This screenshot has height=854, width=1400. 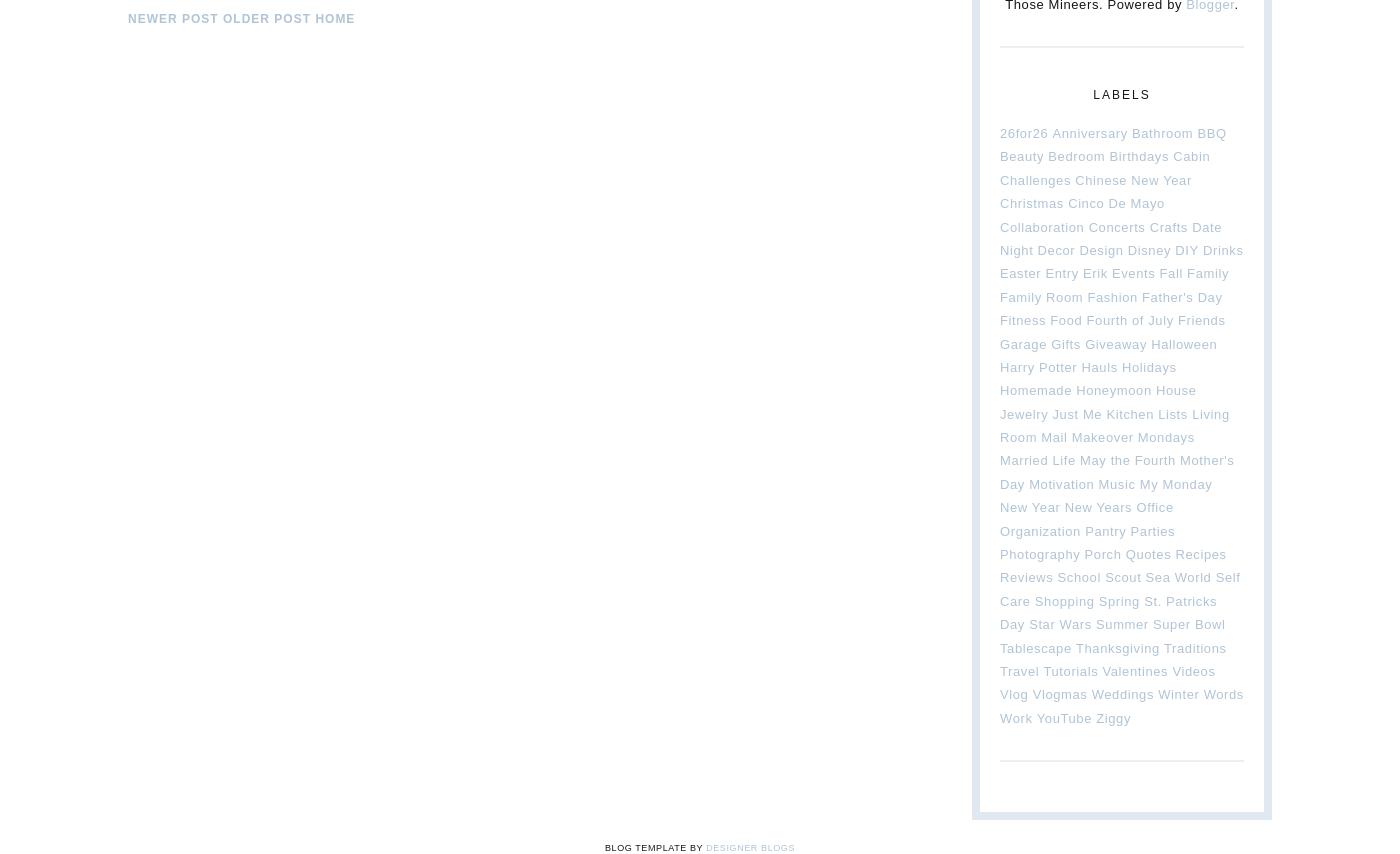 What do you see at coordinates (1141, 296) in the screenshot?
I see `'Father's Day'` at bounding box center [1141, 296].